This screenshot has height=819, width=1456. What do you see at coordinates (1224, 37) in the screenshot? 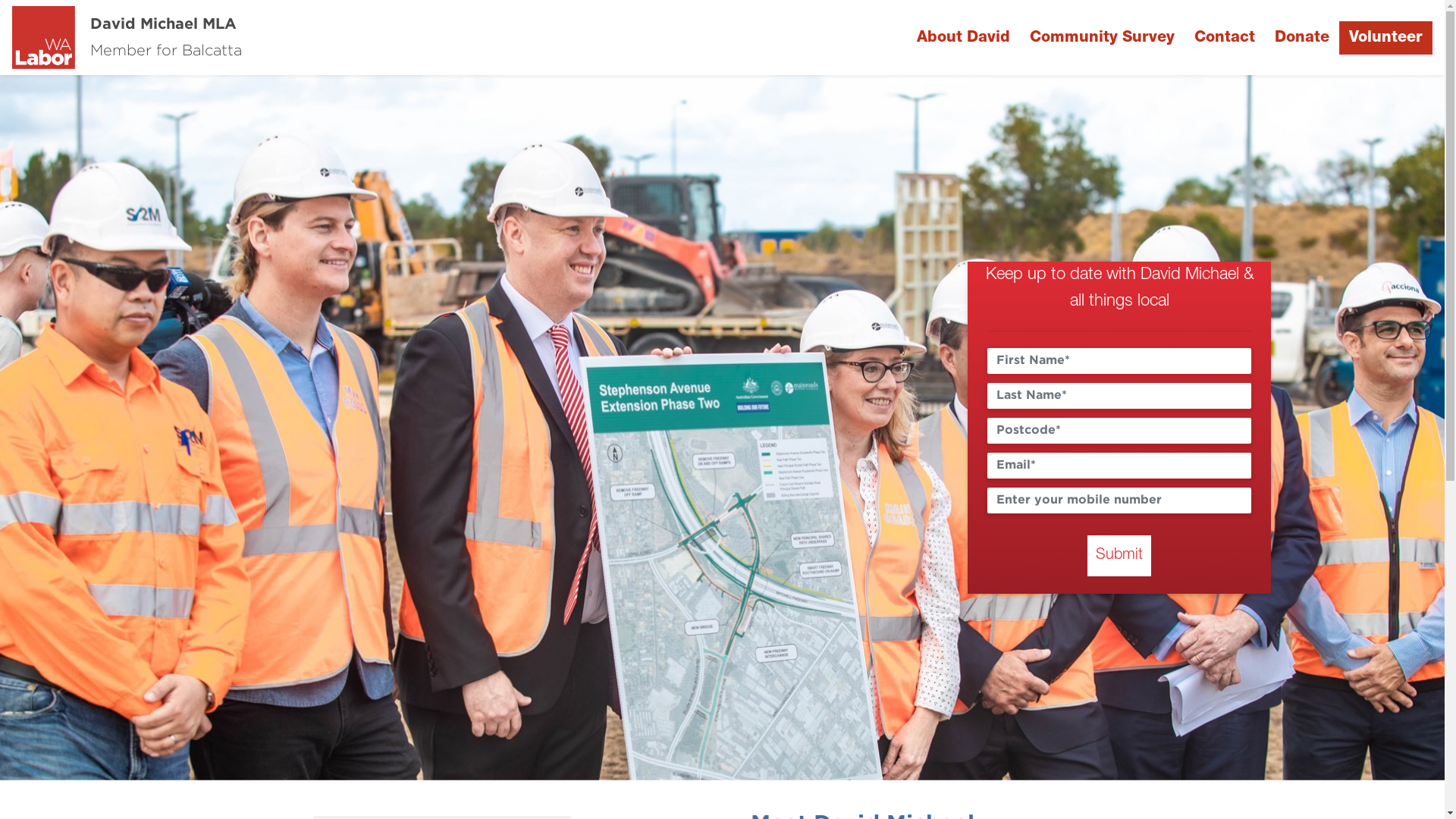
I see `'Contact'` at bounding box center [1224, 37].